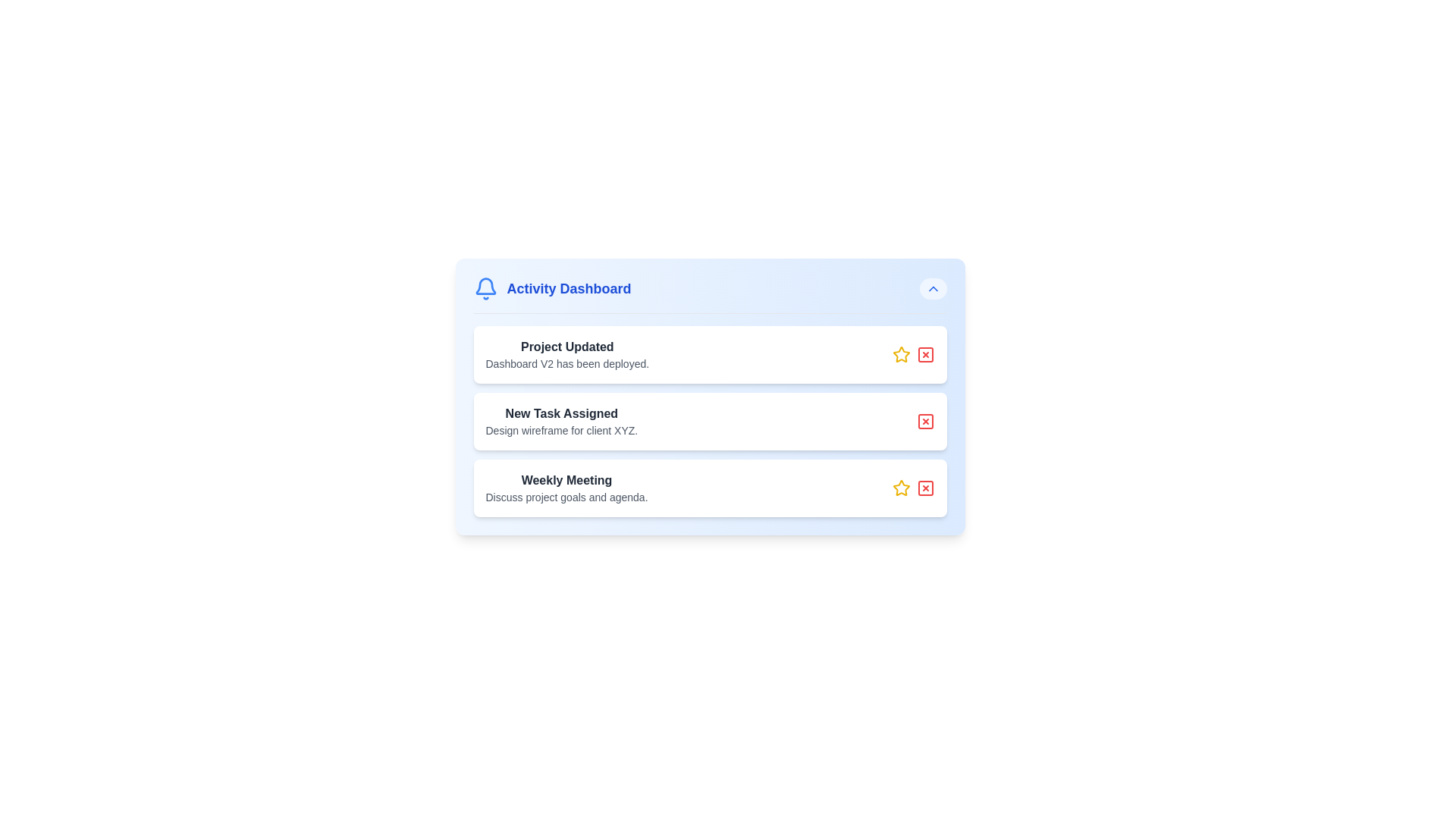 This screenshot has height=819, width=1456. I want to click on the Text Label that provides additional details about the 'Weekly Meeting' card, located to the right of the title in the bottom section of the card, so click(566, 497).